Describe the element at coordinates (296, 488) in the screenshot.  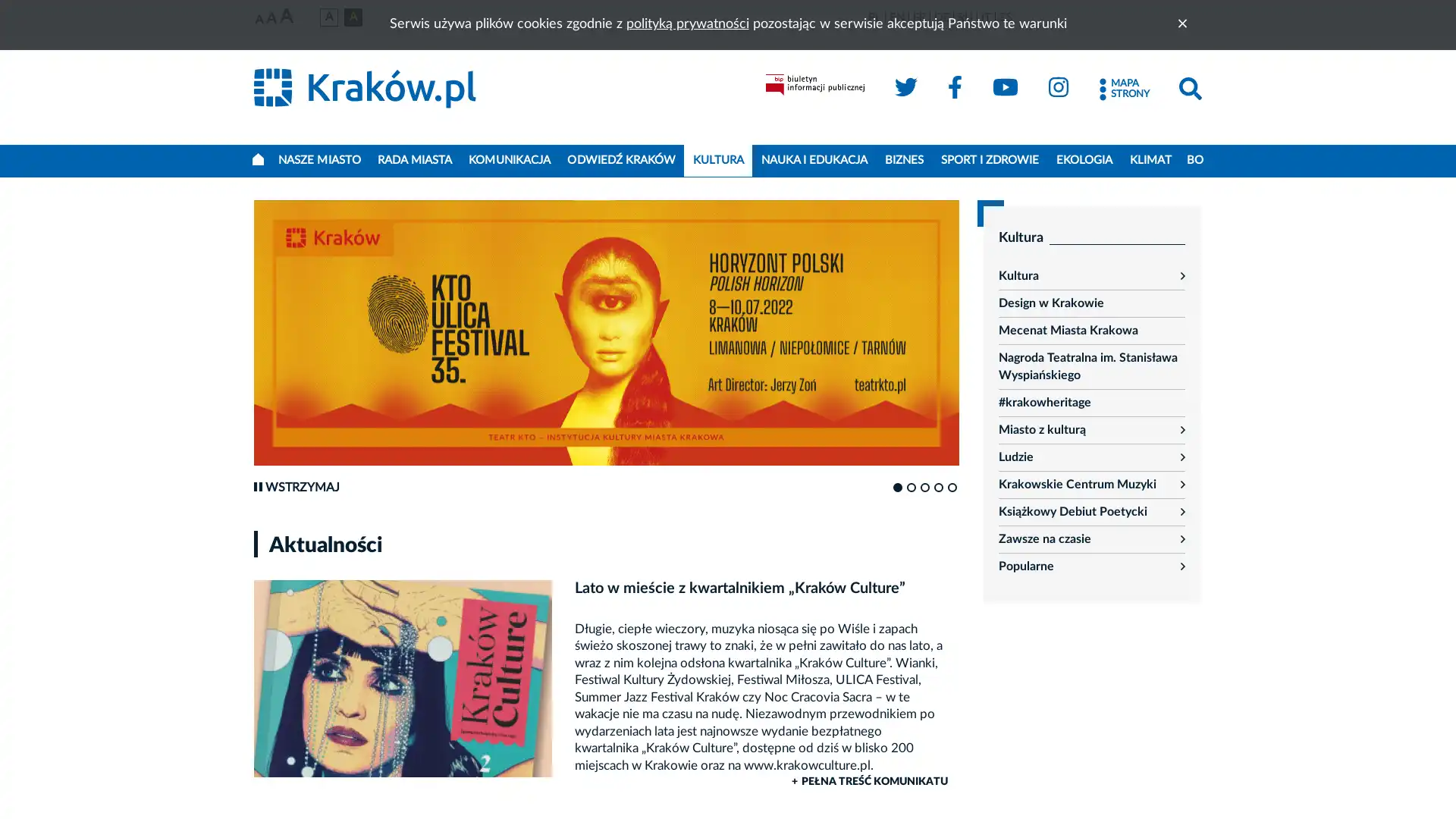
I see `Wstrzymaj` at that location.